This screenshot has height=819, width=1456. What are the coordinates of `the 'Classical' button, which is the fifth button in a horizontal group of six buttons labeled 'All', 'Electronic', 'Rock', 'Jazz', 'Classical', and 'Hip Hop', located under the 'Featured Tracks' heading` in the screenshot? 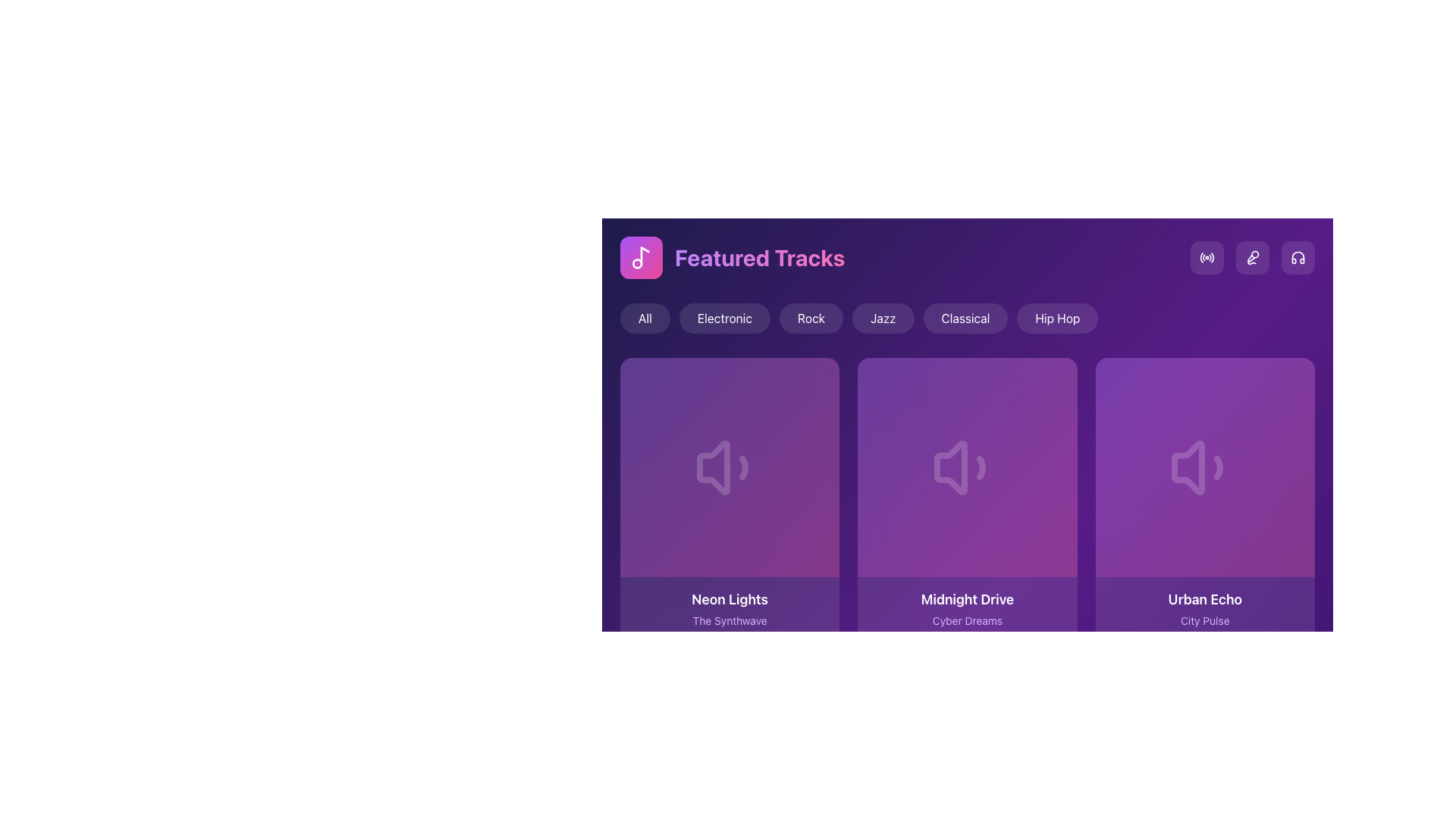 It's located at (965, 318).